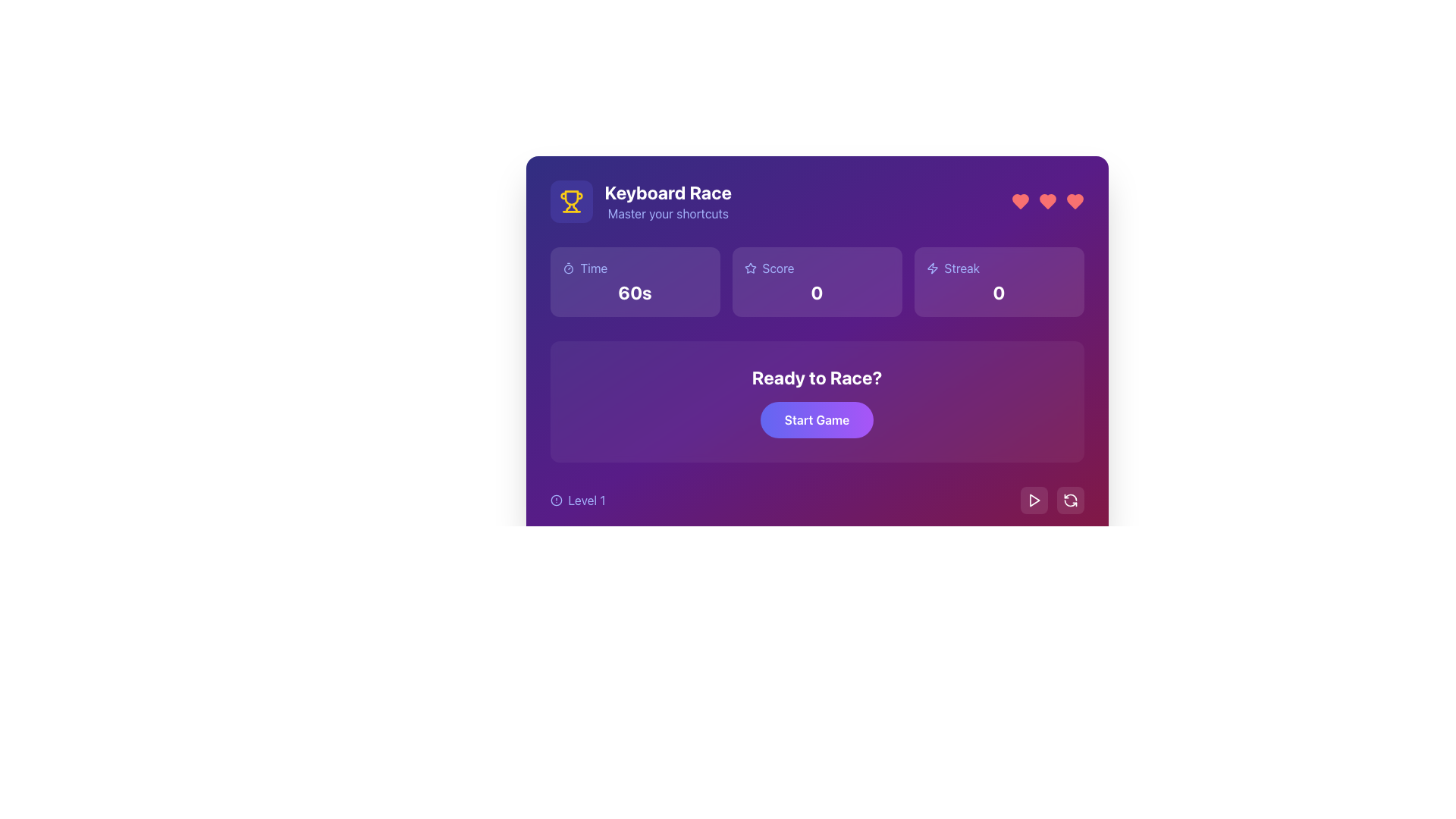  What do you see at coordinates (1033, 500) in the screenshot?
I see `the play button icon located at the bottom-right corner of the interface` at bounding box center [1033, 500].